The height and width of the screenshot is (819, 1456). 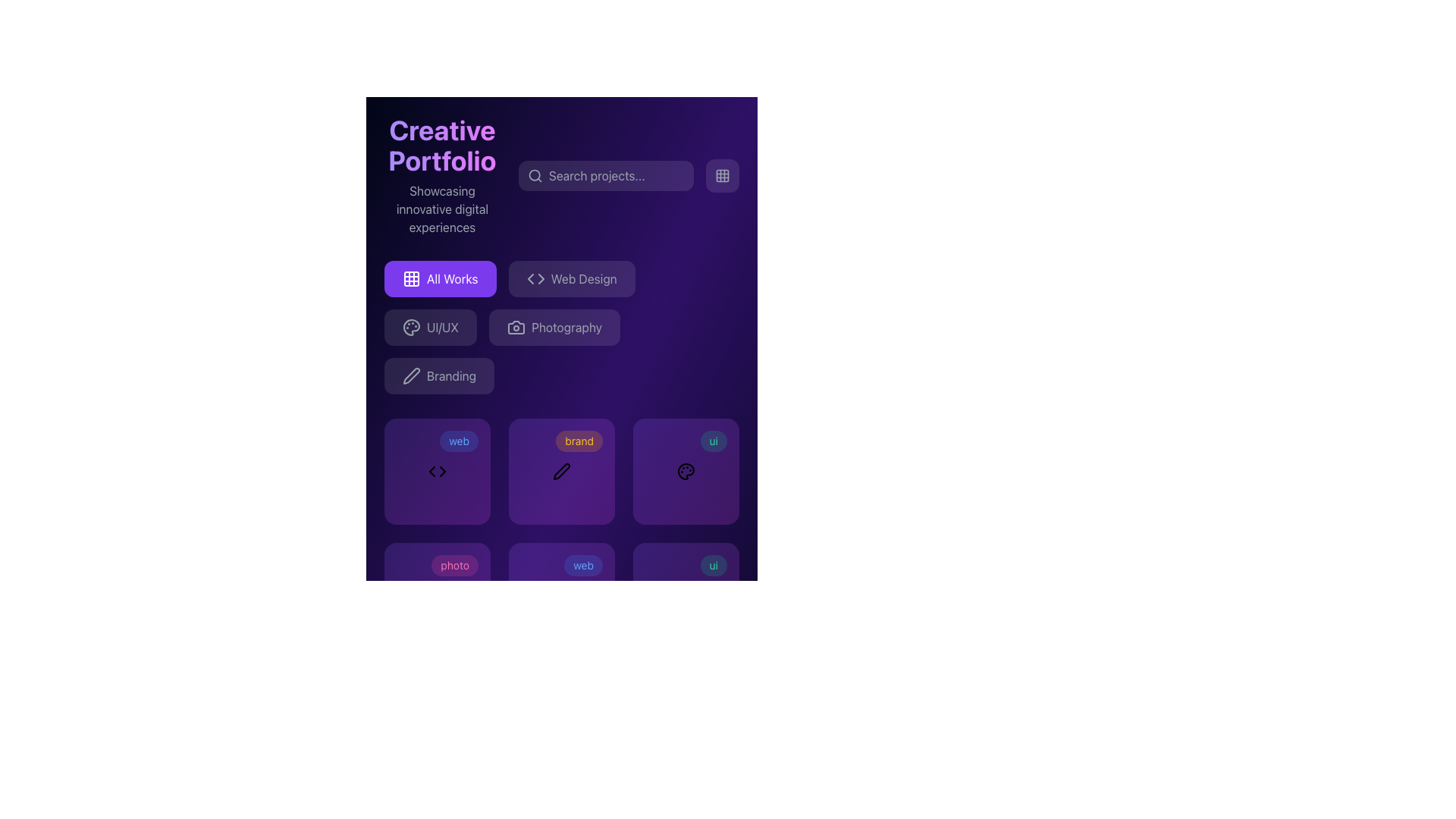 What do you see at coordinates (583, 278) in the screenshot?
I see `the 'Web Design' text label located within the navigation button, which is positioned to the right of the 'All Works' button` at bounding box center [583, 278].